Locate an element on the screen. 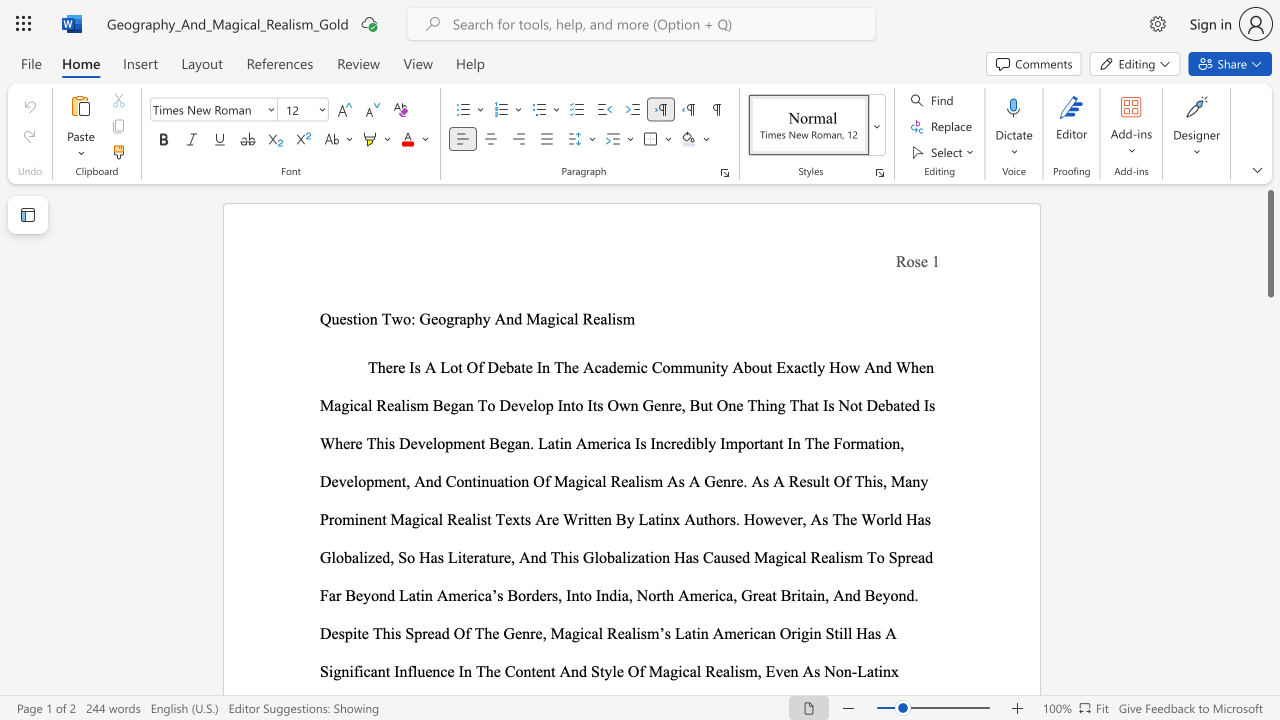  the scrollbar on the right to move the page downward is located at coordinates (1269, 508).